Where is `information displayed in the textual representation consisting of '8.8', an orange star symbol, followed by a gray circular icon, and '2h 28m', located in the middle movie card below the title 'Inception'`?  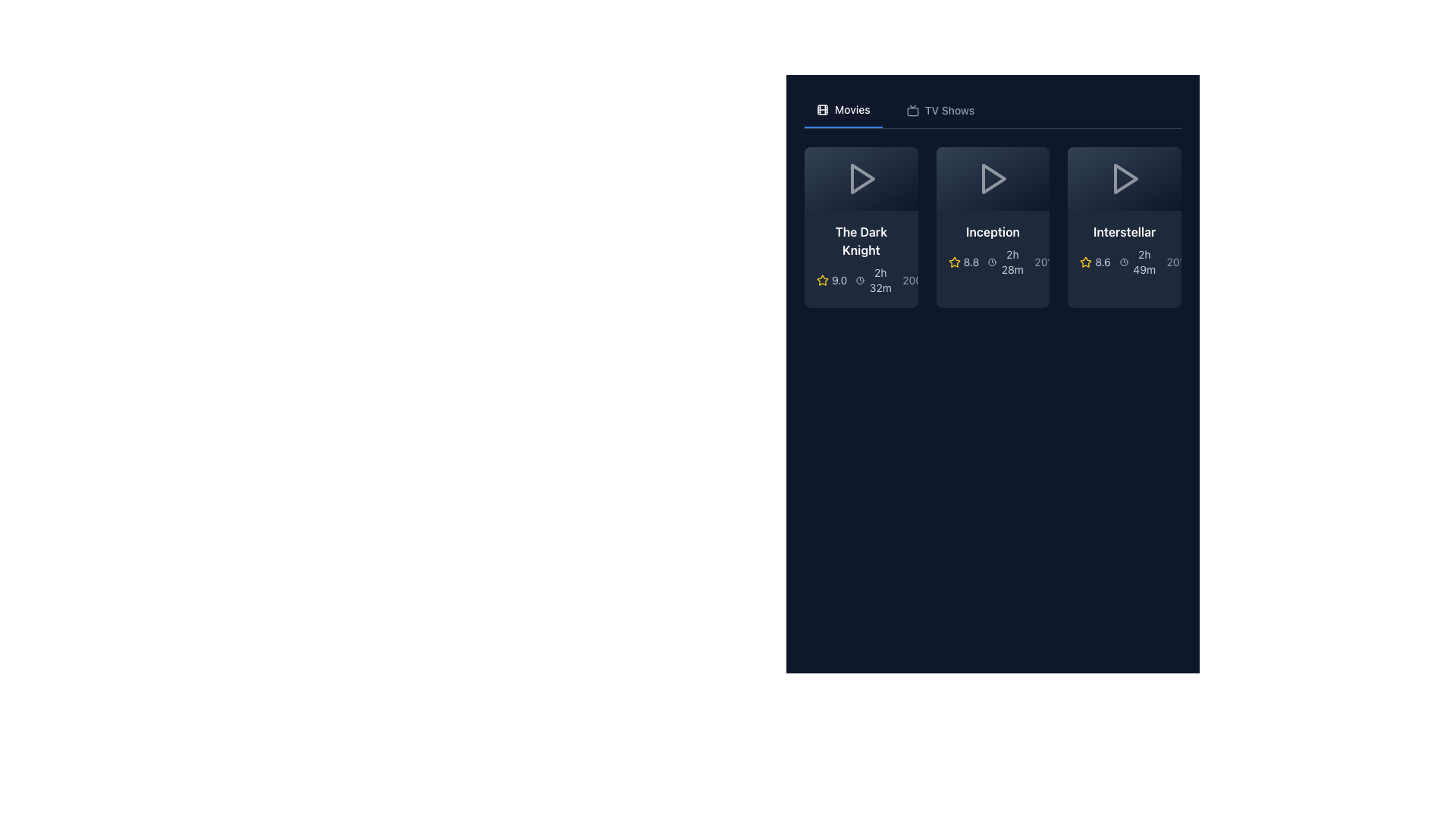
information displayed in the textual representation consisting of '8.8', an orange star symbol, followed by a gray circular icon, and '2h 28m', located in the middle movie card below the title 'Inception' is located at coordinates (993, 262).